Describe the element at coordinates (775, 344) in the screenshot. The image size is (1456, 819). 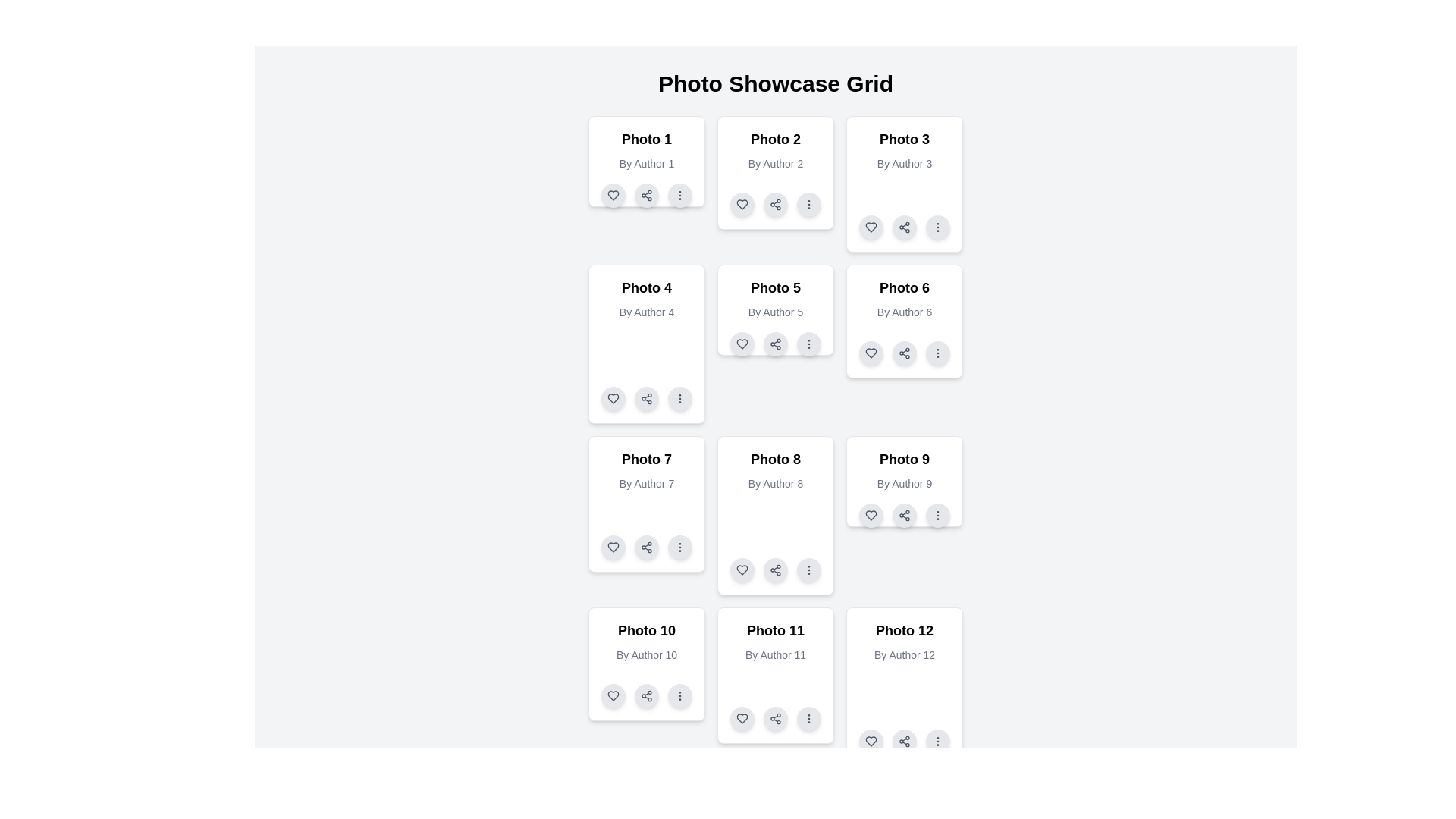
I see `the sharing button located in the action button group under the card labeled 'Photo 5' by 'Author 5'` at that location.